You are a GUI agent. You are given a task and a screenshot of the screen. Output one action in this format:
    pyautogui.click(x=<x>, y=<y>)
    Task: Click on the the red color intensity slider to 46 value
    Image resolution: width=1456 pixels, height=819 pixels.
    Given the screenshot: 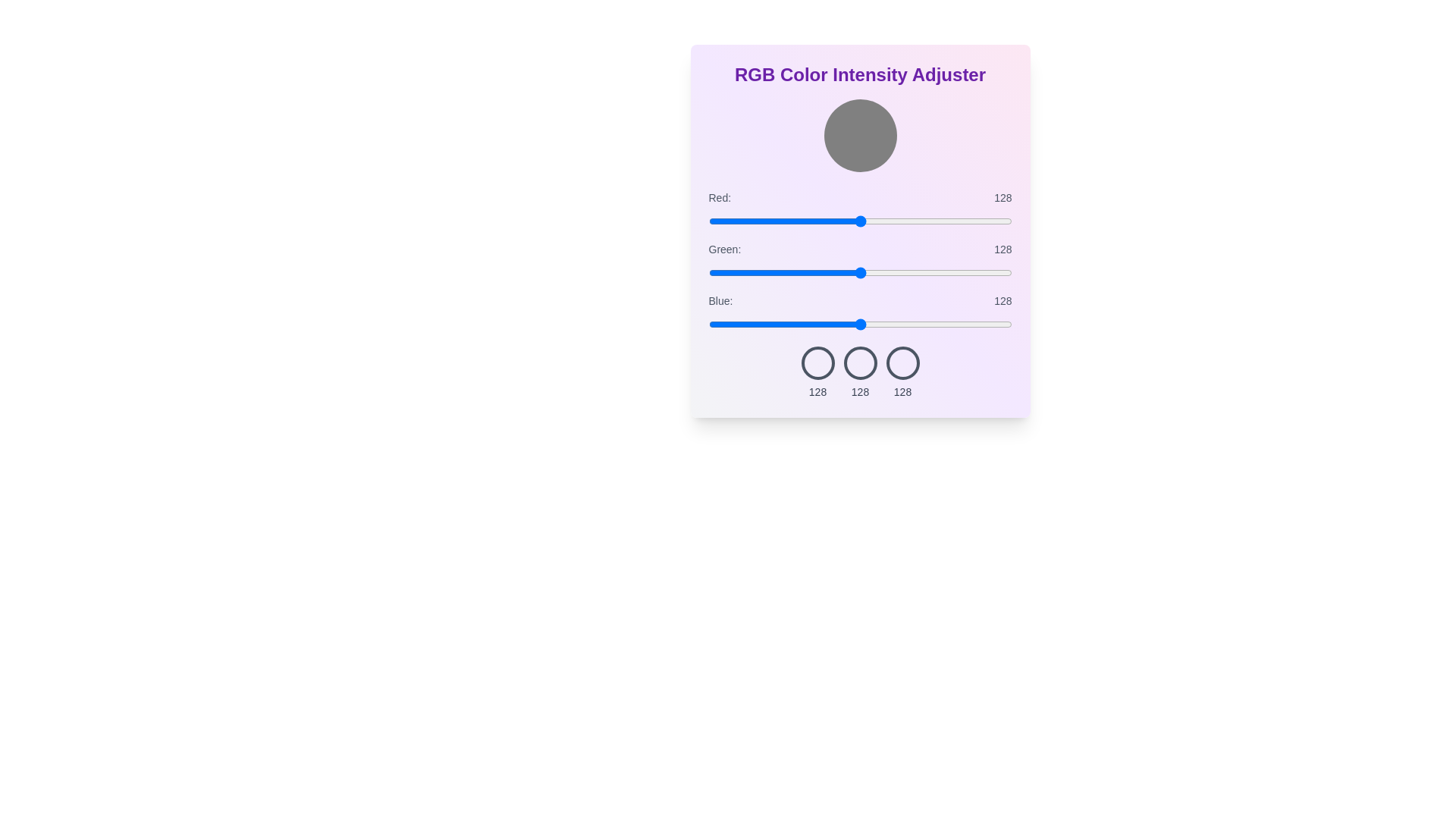 What is the action you would take?
    pyautogui.click(x=763, y=221)
    